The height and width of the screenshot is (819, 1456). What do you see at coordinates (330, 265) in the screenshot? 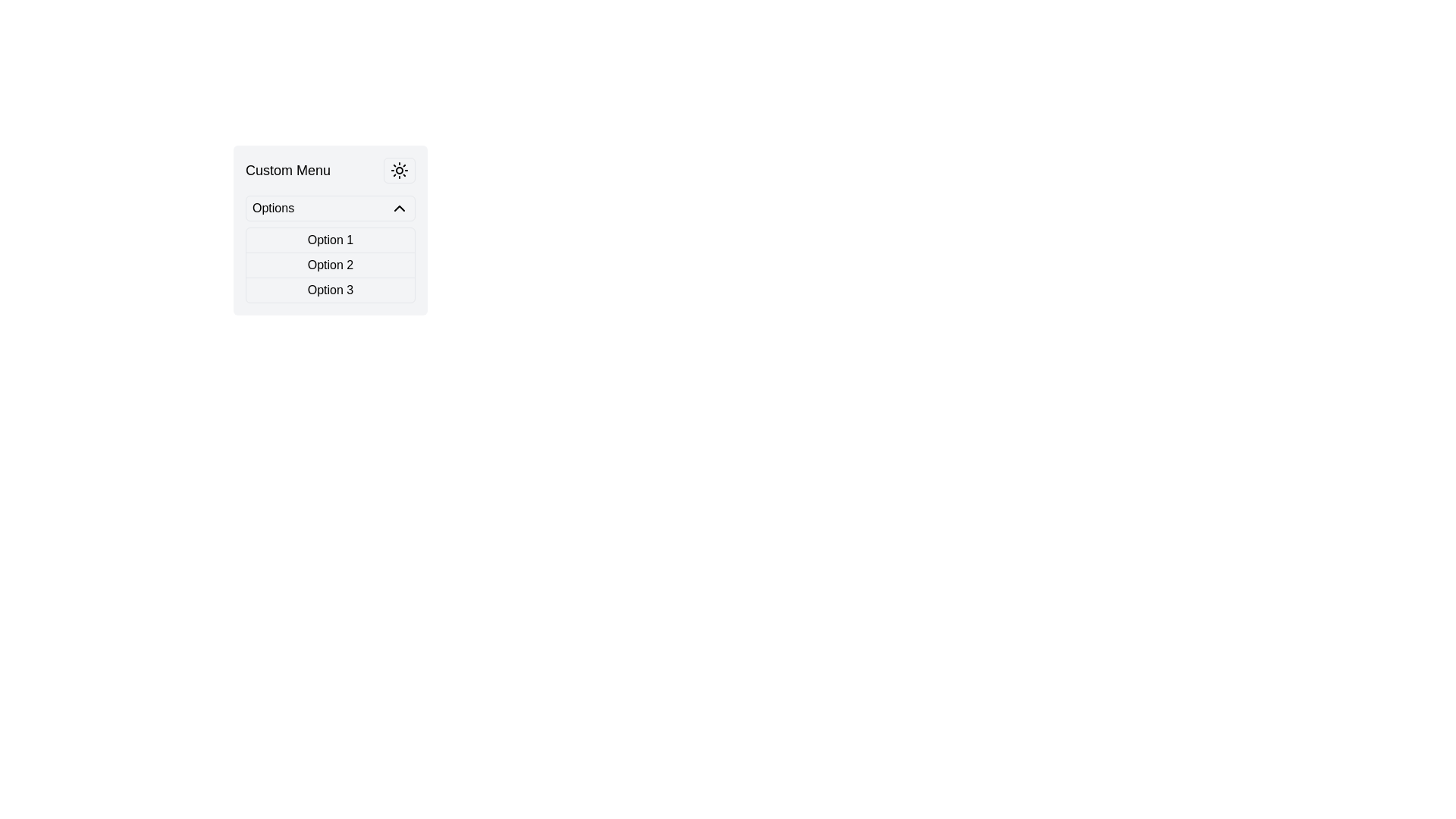
I see `the 'Option 2' menu item` at bounding box center [330, 265].